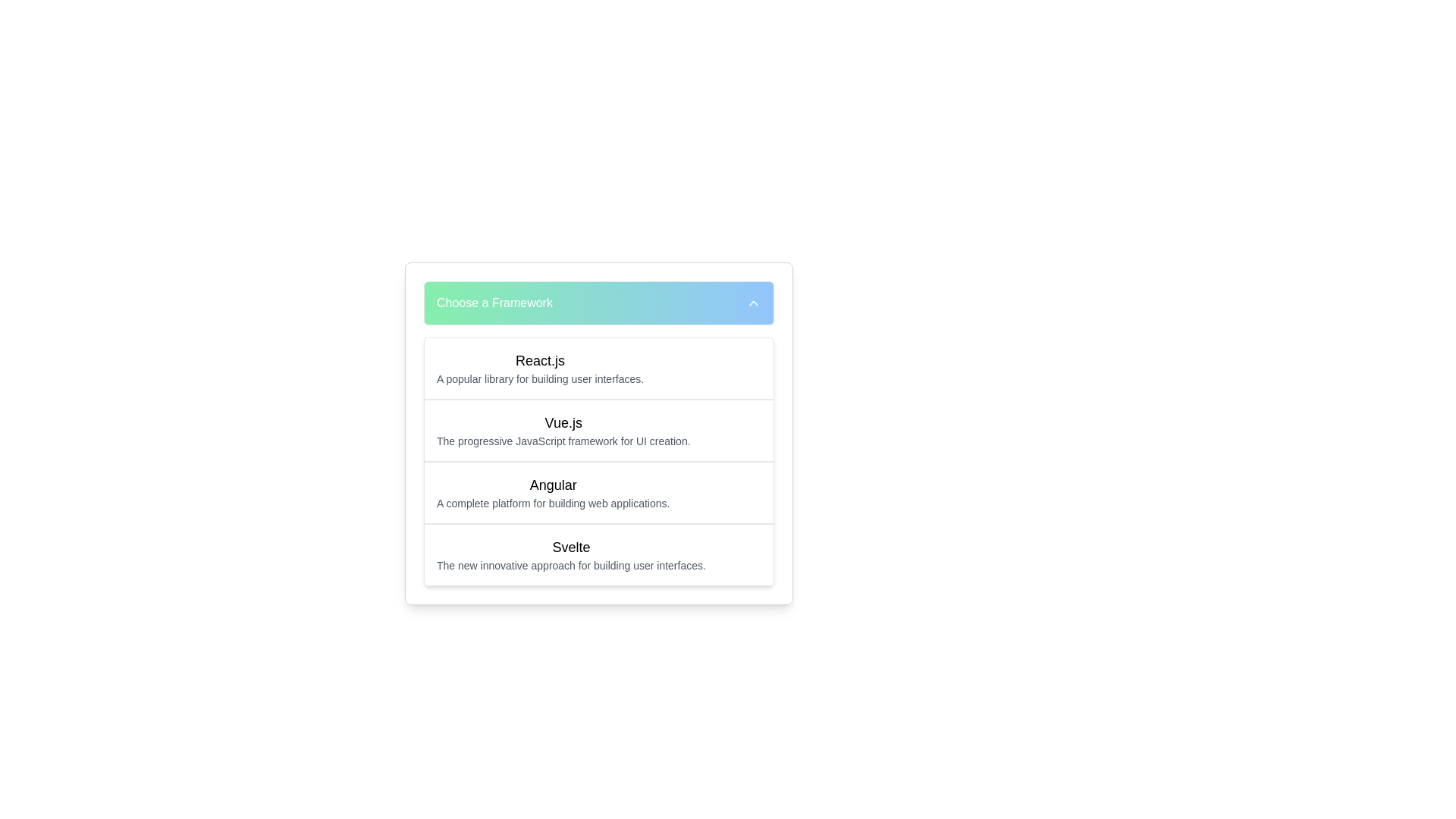 Image resolution: width=1456 pixels, height=819 pixels. Describe the element at coordinates (552, 485) in the screenshot. I see `the 'Angular' text label, which is the title of the third item in the 'Choose a Framework' dropdown menu, to focus on its section` at that location.